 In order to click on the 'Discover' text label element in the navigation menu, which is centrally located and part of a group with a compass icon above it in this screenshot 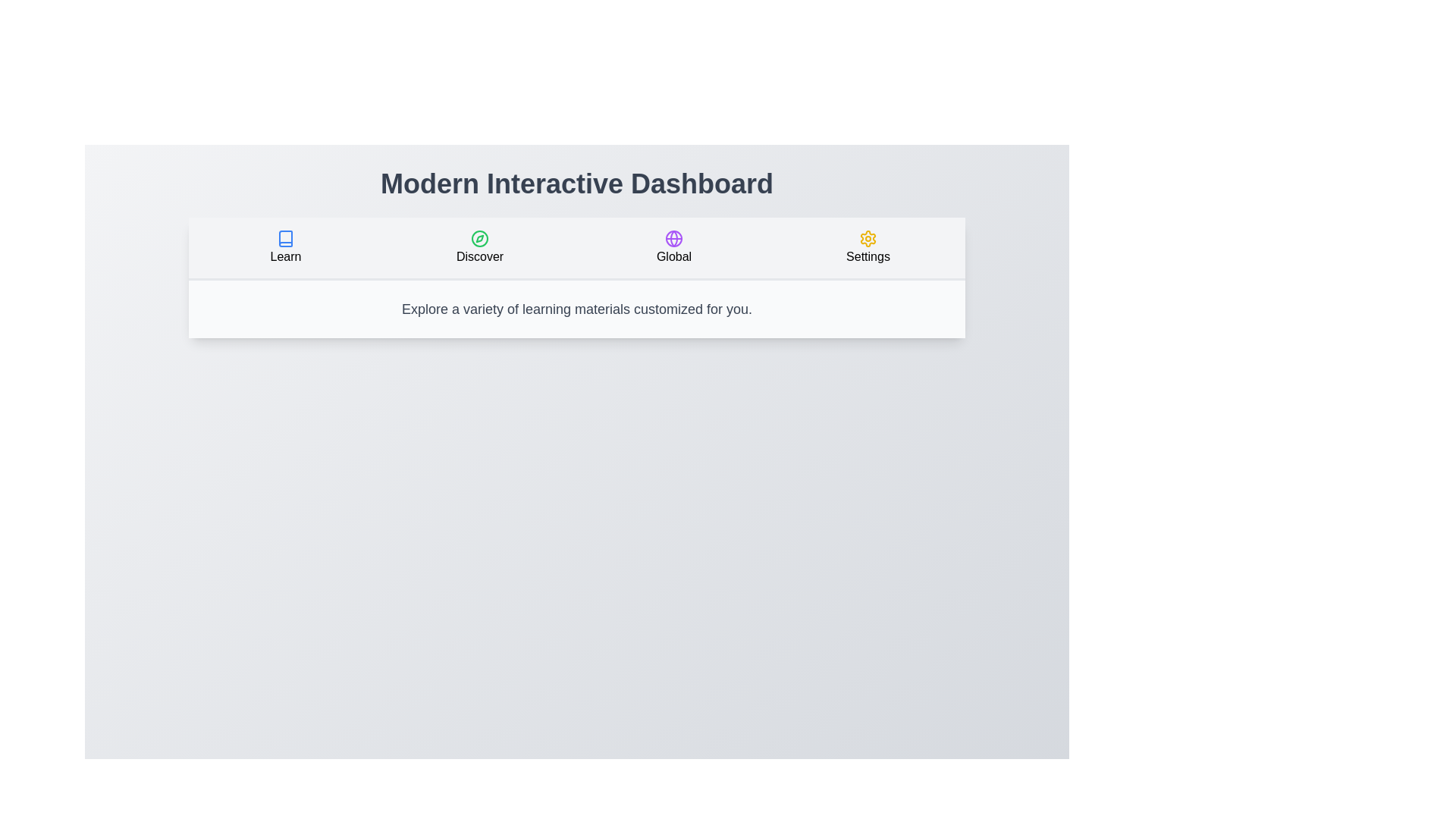, I will do `click(479, 256)`.